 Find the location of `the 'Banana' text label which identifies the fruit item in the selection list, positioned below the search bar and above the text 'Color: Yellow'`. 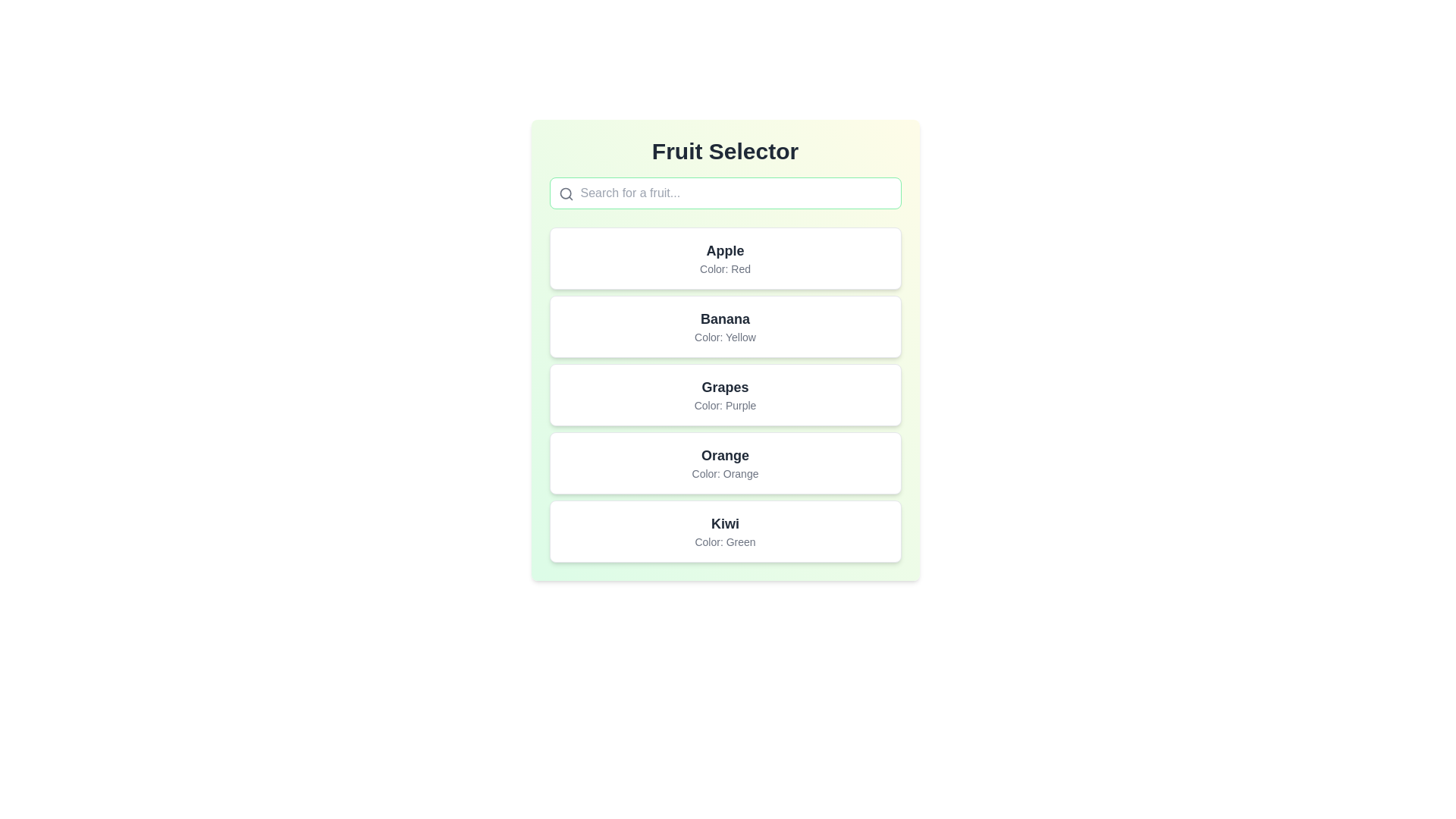

the 'Banana' text label which identifies the fruit item in the selection list, positioned below the search bar and above the text 'Color: Yellow' is located at coordinates (724, 318).